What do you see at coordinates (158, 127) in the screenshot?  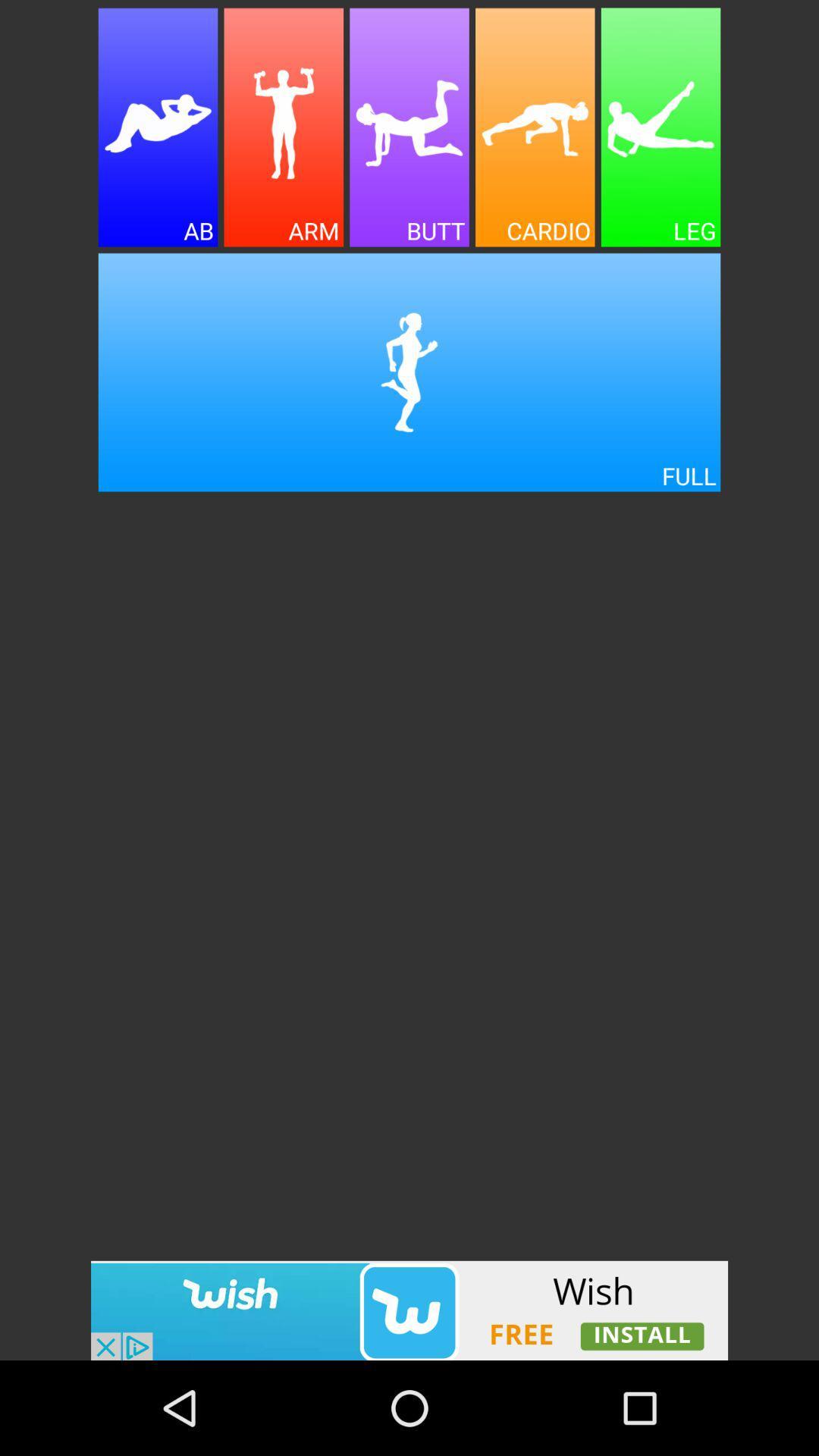 I see `show abdominal exercises` at bounding box center [158, 127].